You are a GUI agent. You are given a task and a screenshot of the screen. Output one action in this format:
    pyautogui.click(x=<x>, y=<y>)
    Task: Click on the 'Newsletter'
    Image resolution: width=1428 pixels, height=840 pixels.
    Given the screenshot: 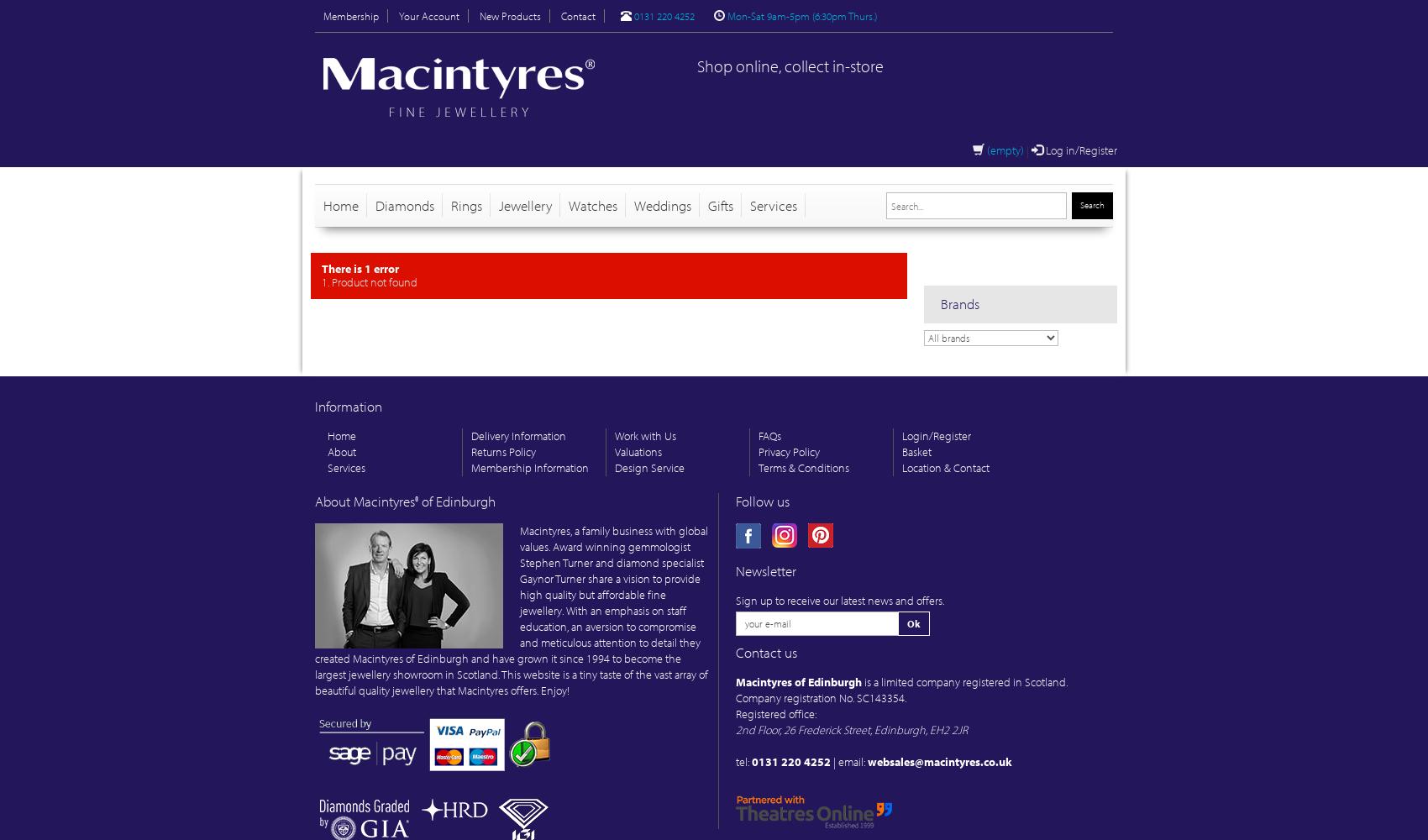 What is the action you would take?
    pyautogui.click(x=766, y=570)
    